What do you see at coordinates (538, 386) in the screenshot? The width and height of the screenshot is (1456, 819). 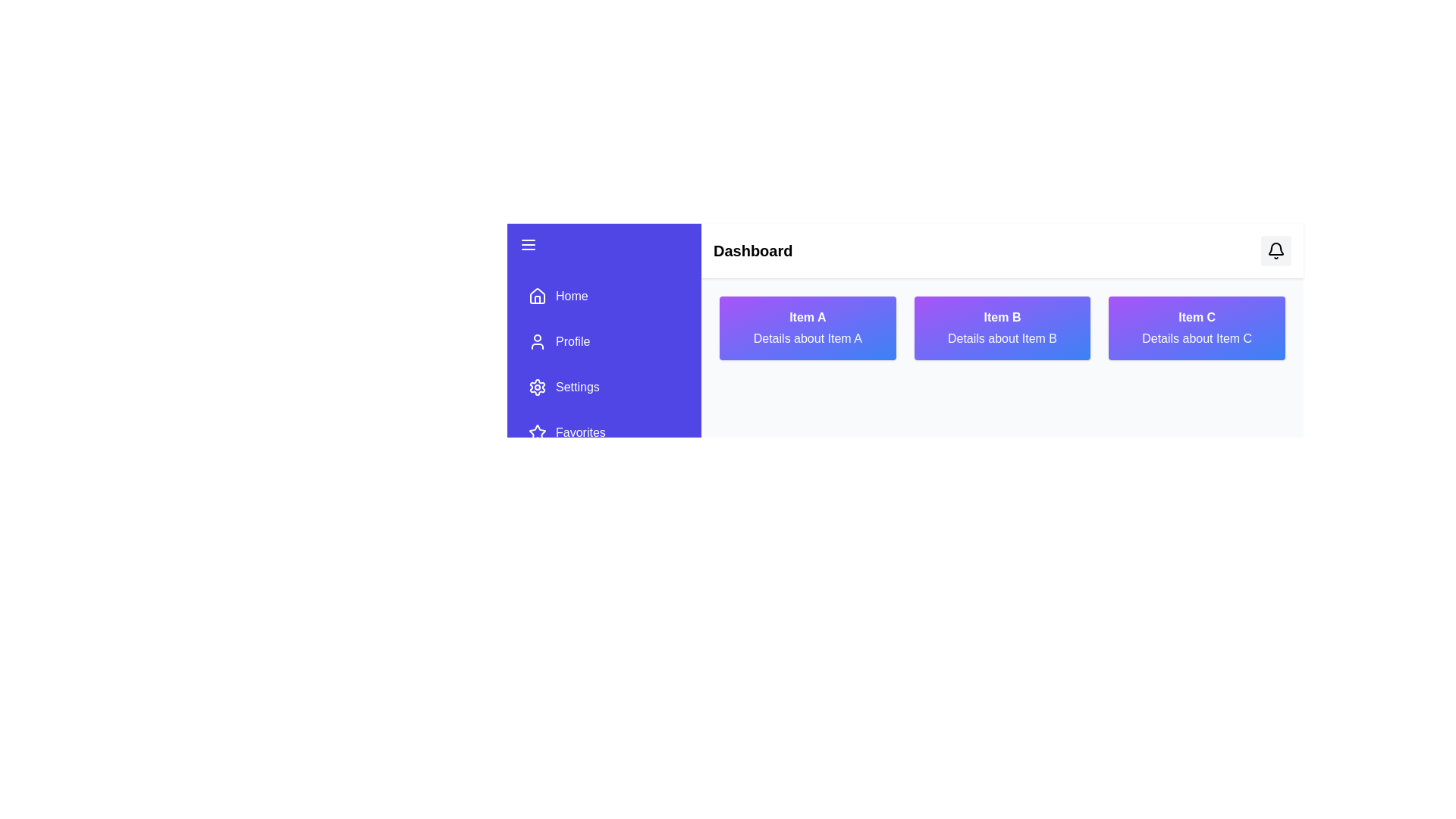 I see `the gear-shaped icon in the navigation sidebar` at bounding box center [538, 386].